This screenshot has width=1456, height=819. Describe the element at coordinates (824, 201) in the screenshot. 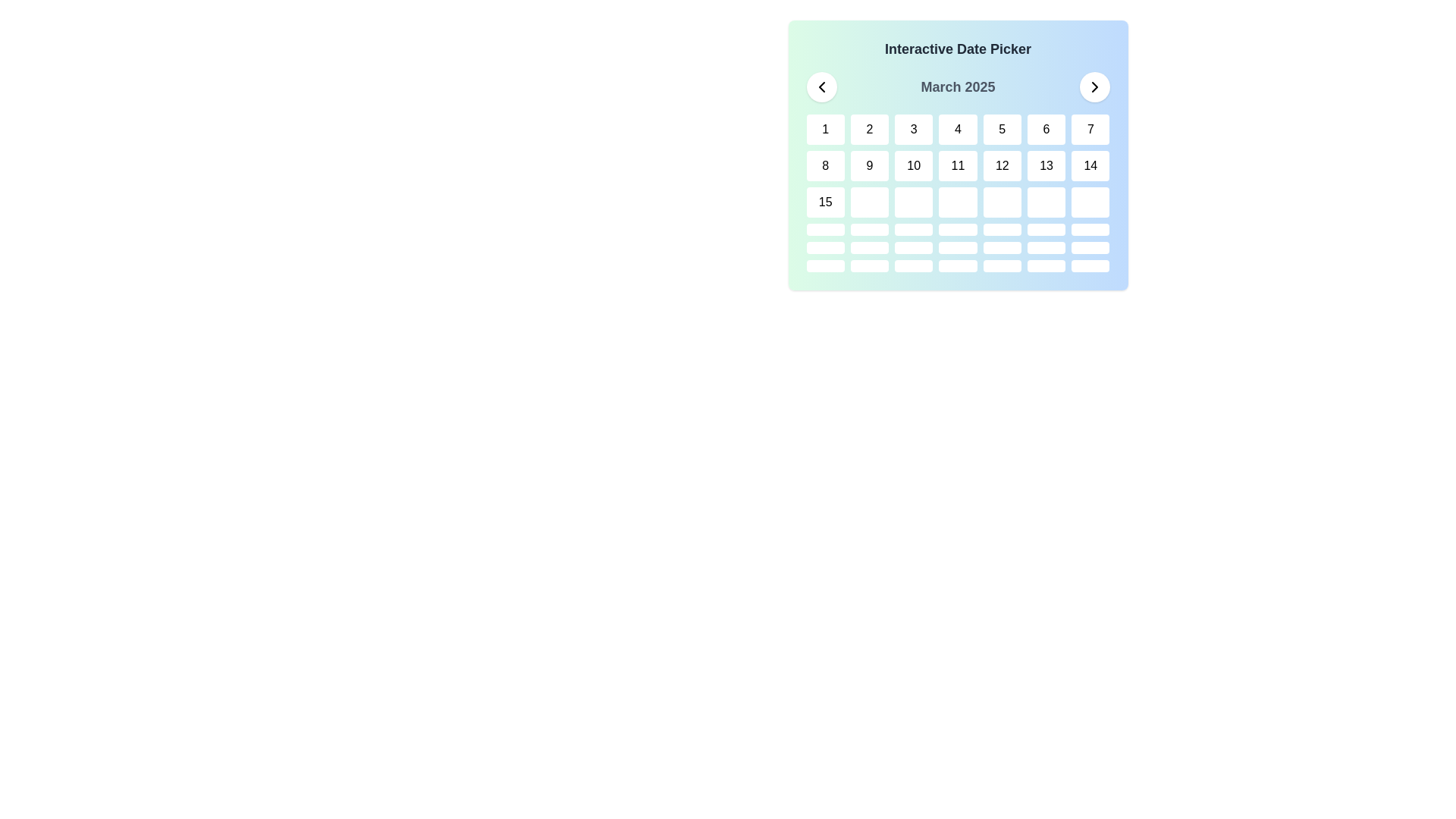

I see `the button representing the date '15'` at that location.